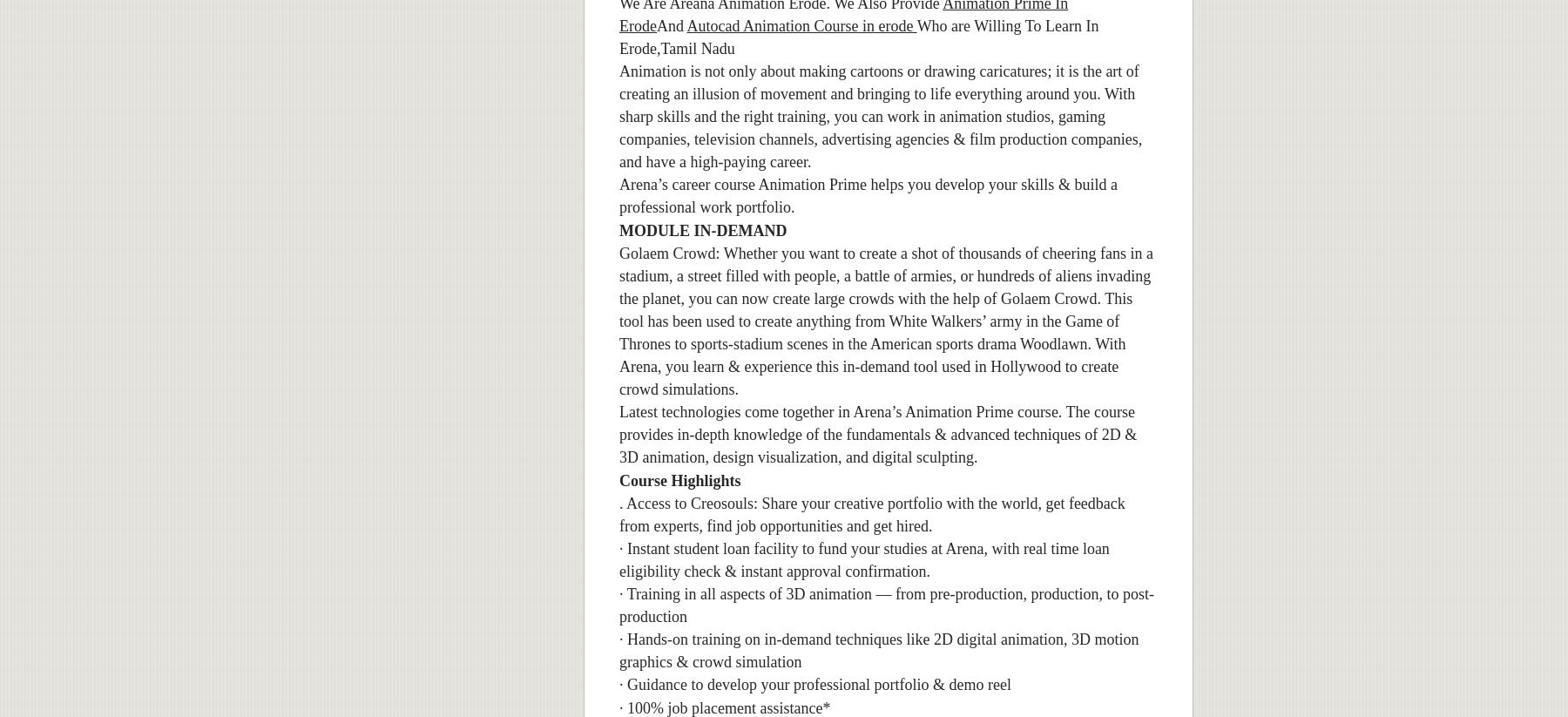 This screenshot has height=717, width=1568. Describe the element at coordinates (679, 478) in the screenshot. I see `'Course Highlights'` at that location.